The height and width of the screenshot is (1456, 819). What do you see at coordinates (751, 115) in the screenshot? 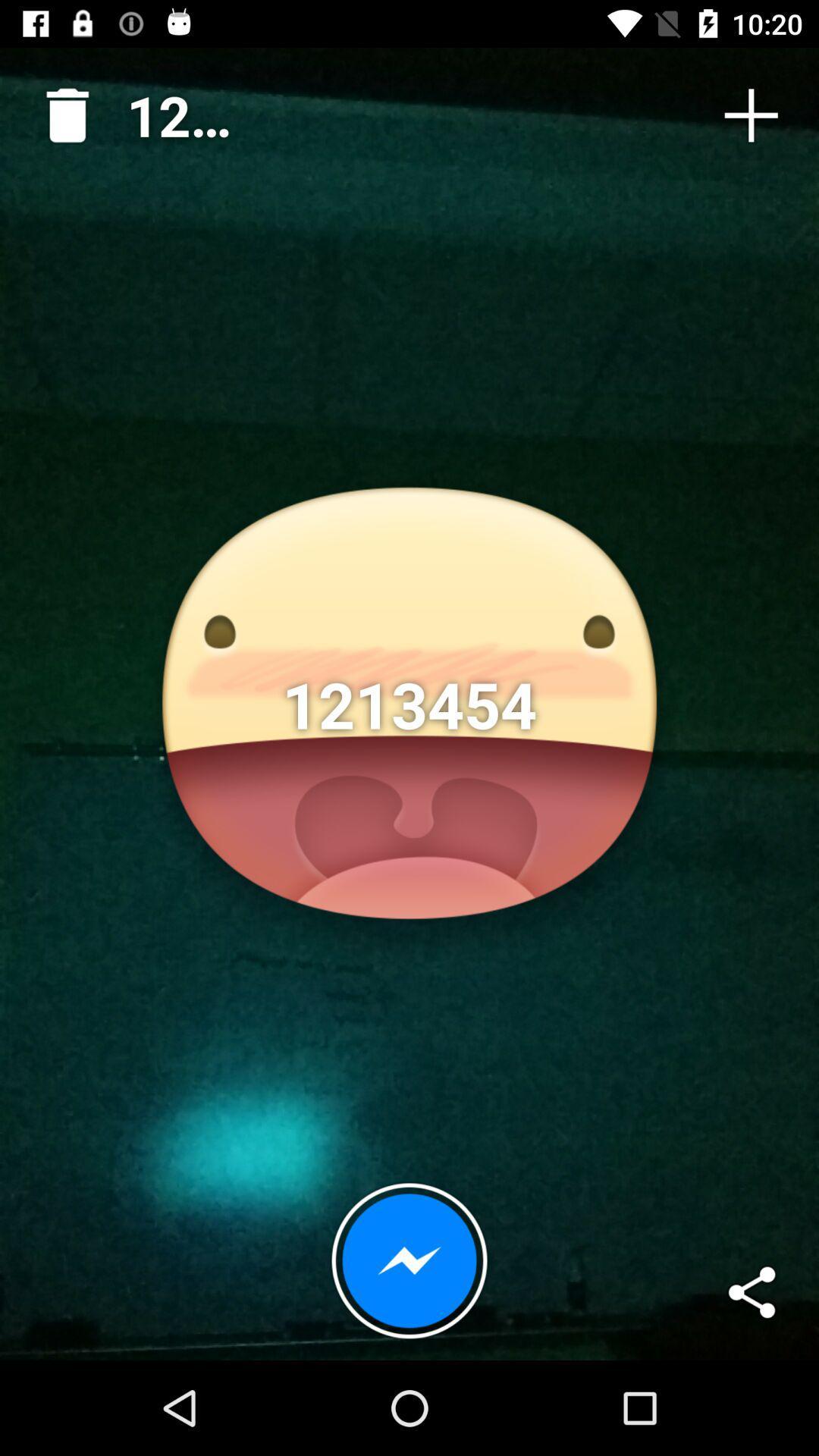
I see `the item to the right of 1213454 icon` at bounding box center [751, 115].